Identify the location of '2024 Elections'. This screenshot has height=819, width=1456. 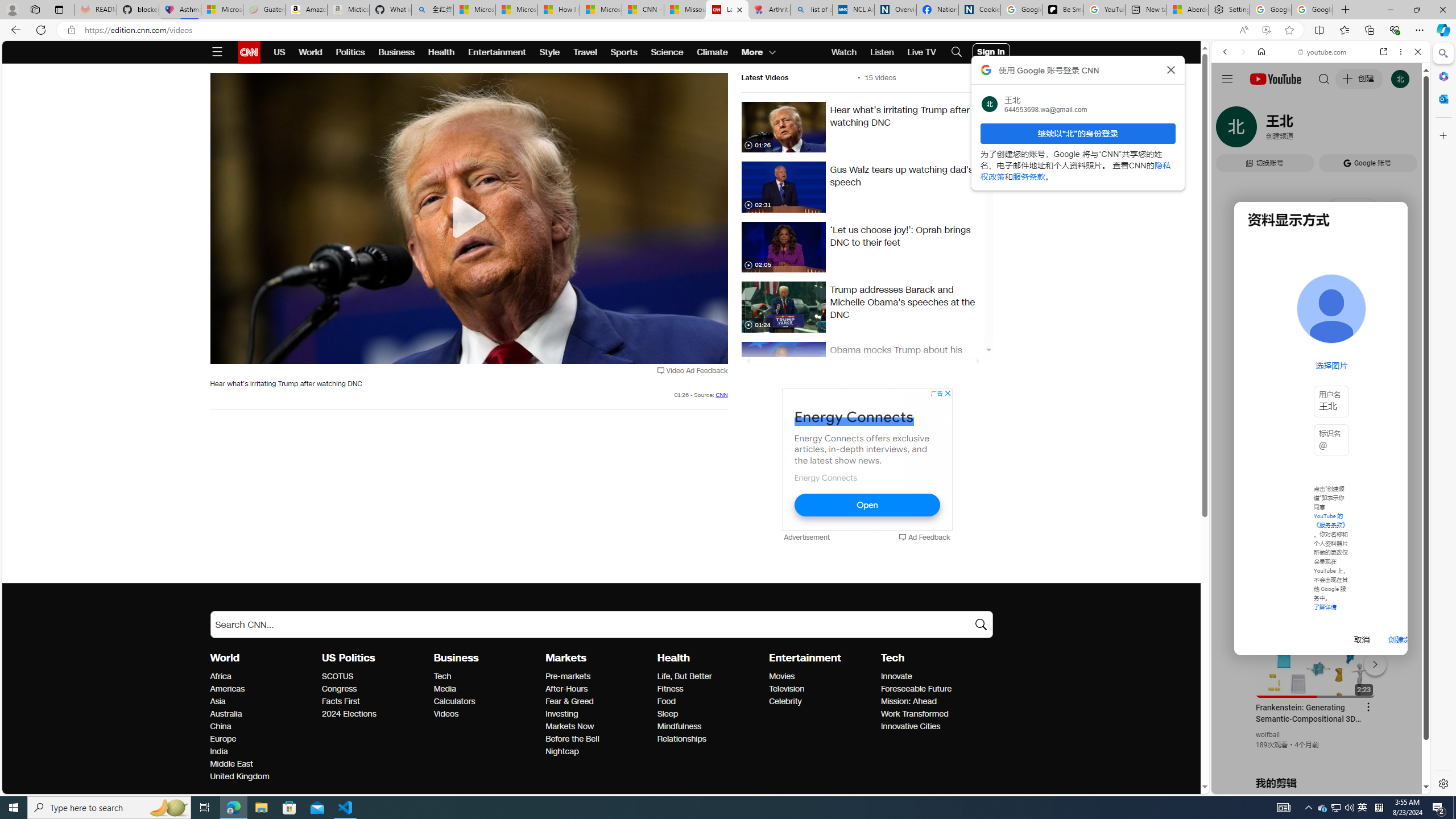
(373, 714).